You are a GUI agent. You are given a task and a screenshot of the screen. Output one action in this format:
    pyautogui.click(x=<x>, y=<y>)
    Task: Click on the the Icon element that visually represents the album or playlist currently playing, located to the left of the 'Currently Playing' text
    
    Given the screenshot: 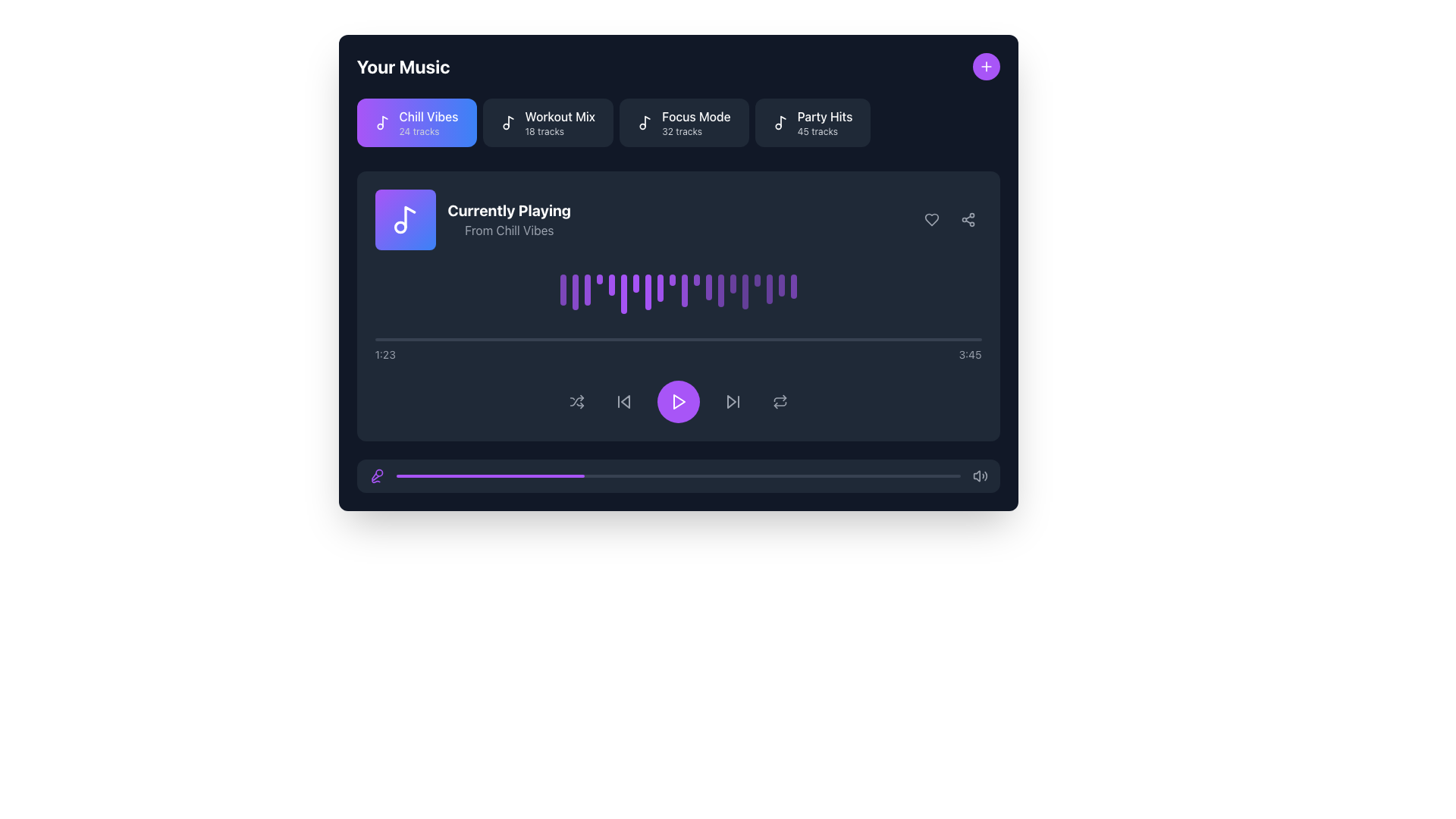 What is the action you would take?
    pyautogui.click(x=405, y=219)
    